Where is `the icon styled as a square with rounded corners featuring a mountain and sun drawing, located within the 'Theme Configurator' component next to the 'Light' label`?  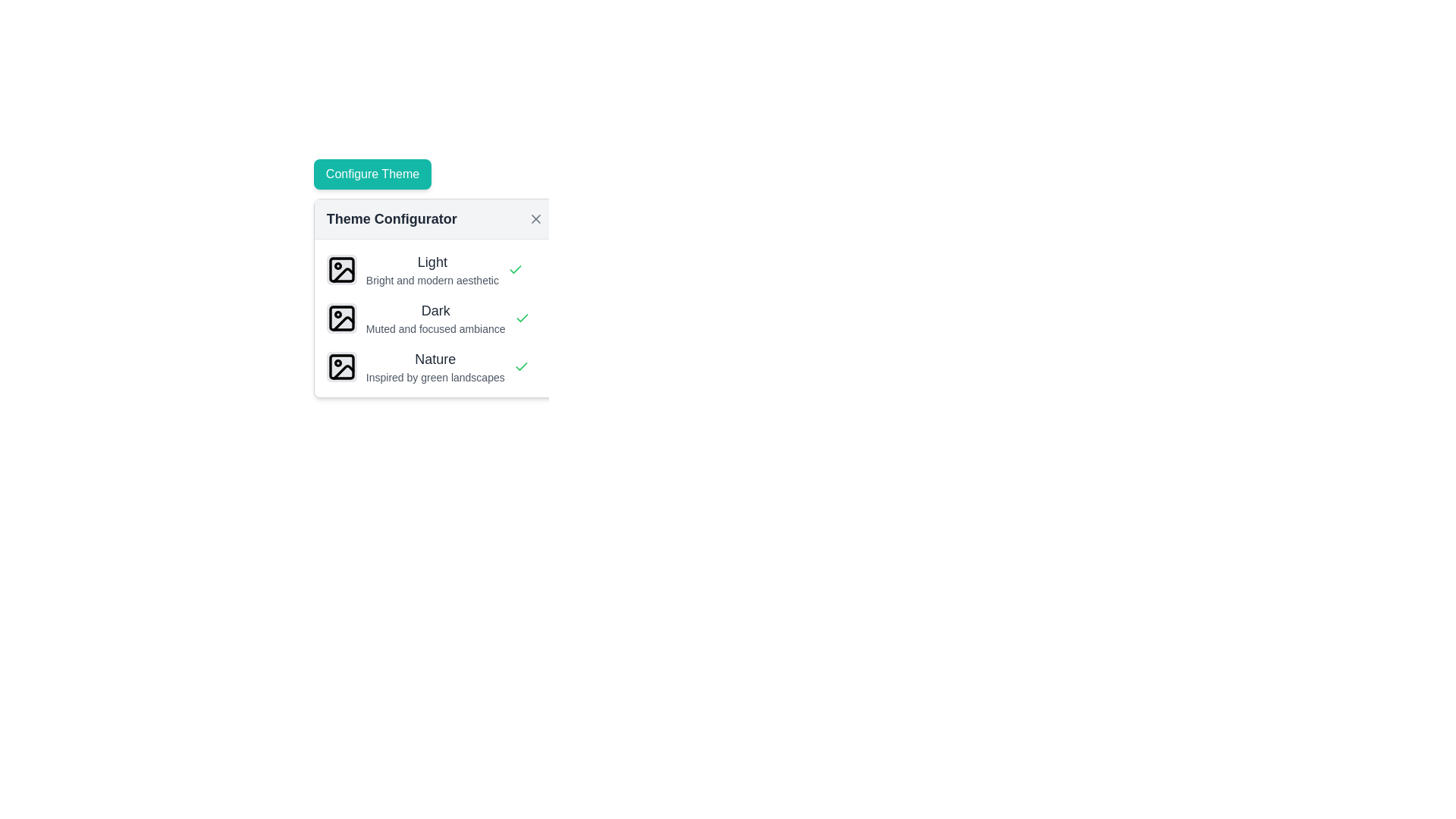
the icon styled as a square with rounded corners featuring a mountain and sun drawing, located within the 'Theme Configurator' component next to the 'Light' label is located at coordinates (340, 268).